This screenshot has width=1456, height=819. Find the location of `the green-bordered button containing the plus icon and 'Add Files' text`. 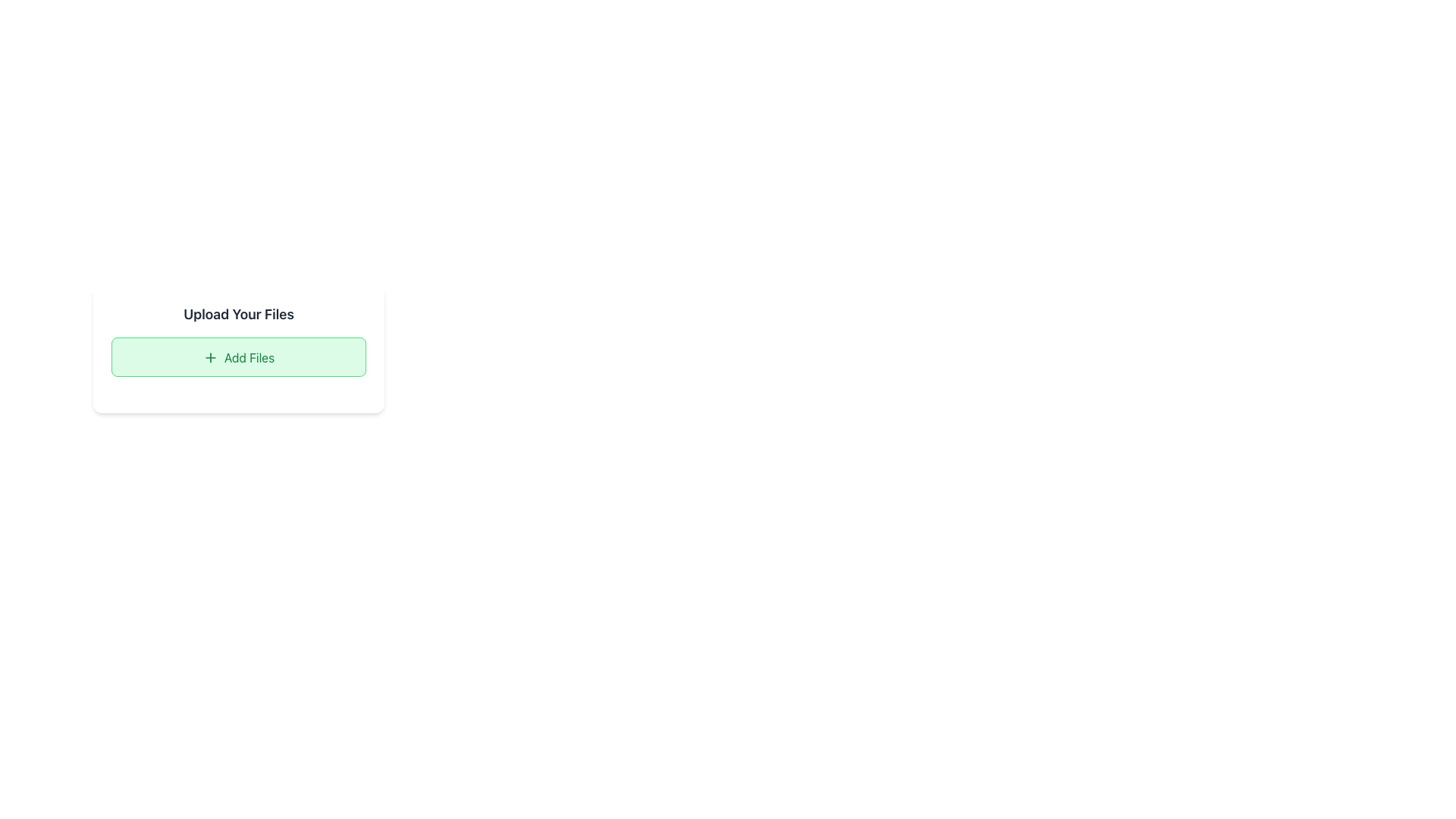

the green-bordered button containing the plus icon and 'Add Files' text is located at coordinates (209, 357).